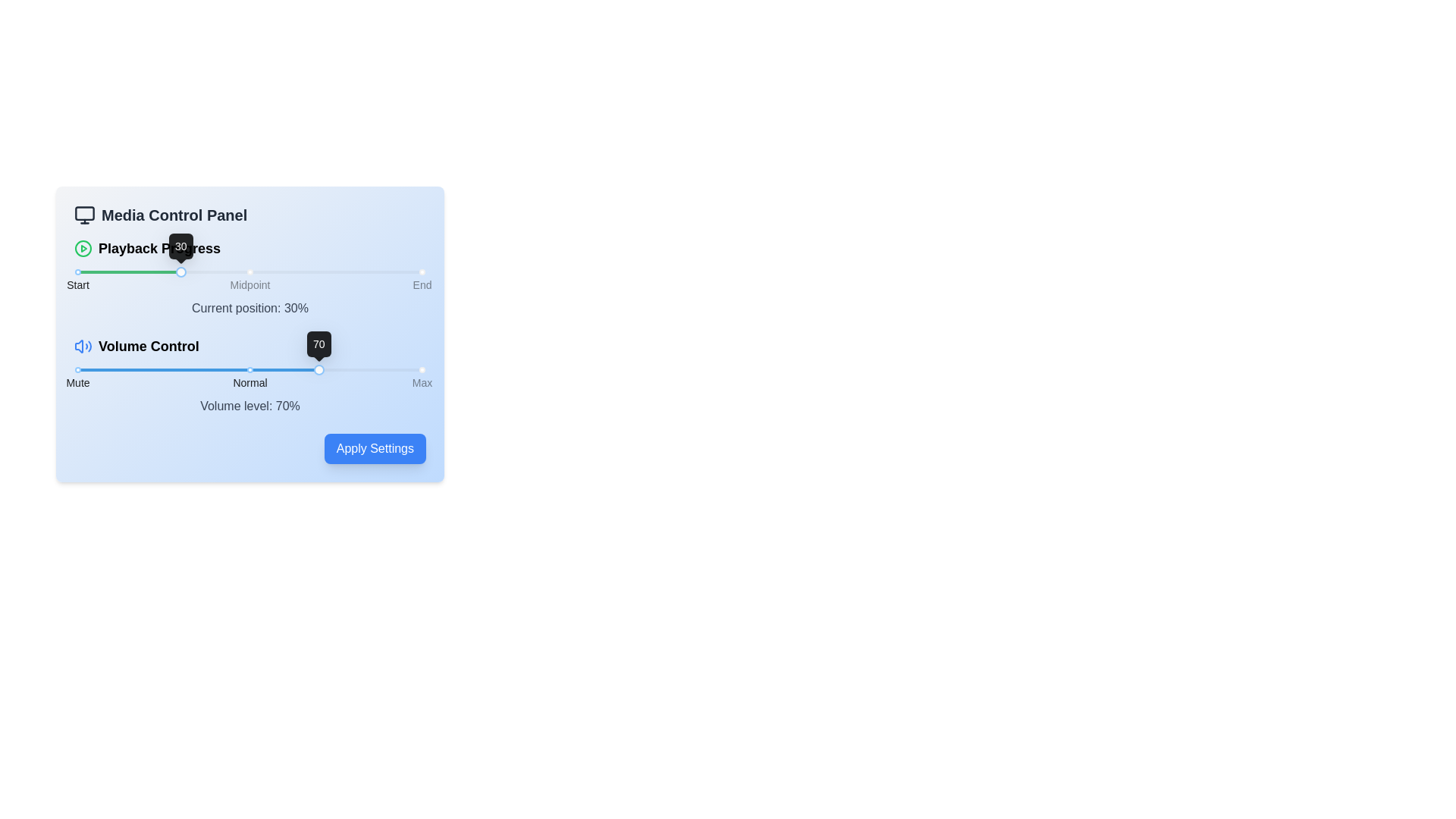 Image resolution: width=1456 pixels, height=819 pixels. I want to click on text label displaying 'Current position: 30%' which is centered below the 'Playback Progress' slider and above the 'Volume Control' text, so click(250, 308).